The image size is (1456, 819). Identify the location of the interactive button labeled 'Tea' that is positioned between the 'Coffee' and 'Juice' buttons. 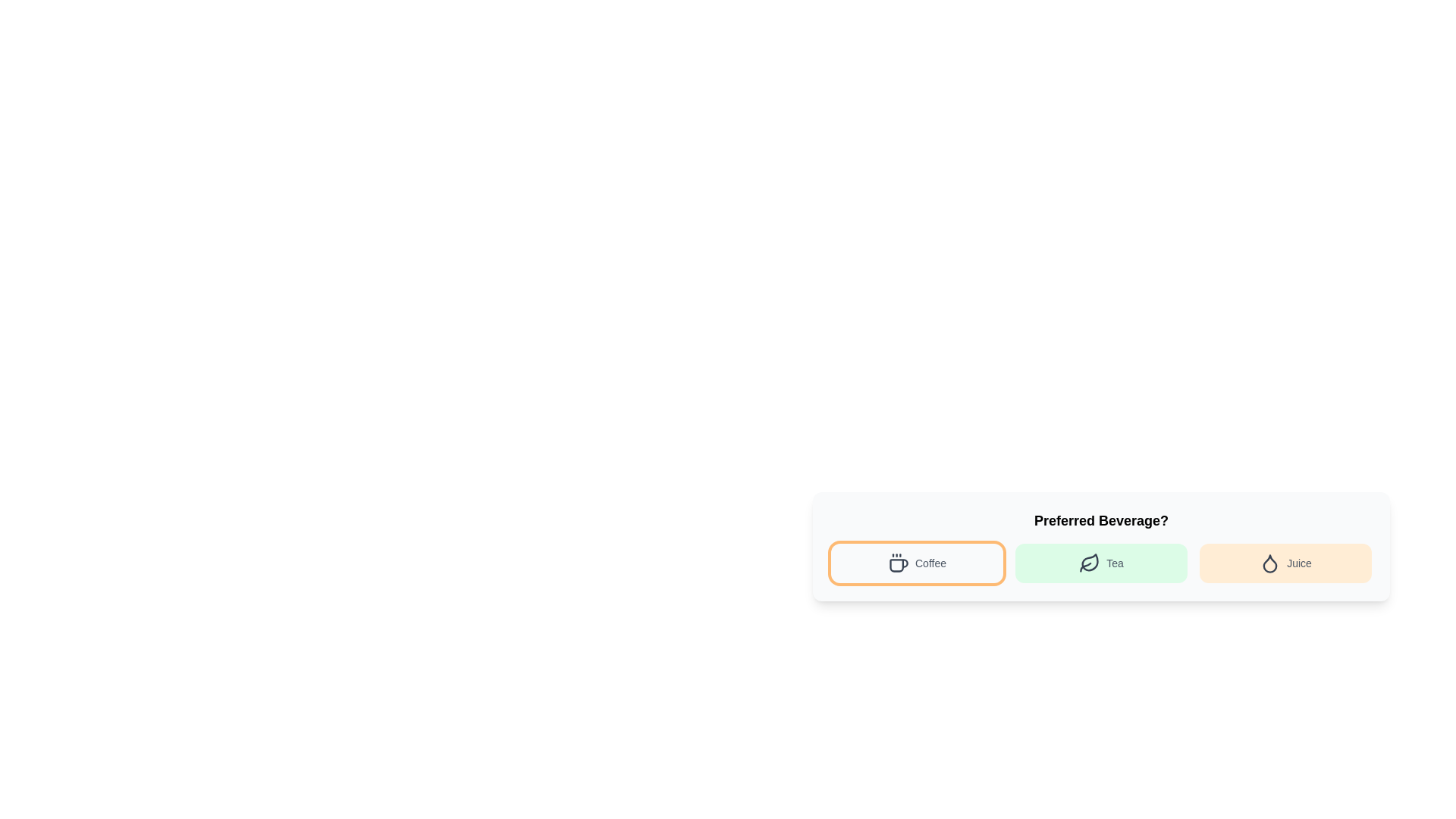
(1101, 563).